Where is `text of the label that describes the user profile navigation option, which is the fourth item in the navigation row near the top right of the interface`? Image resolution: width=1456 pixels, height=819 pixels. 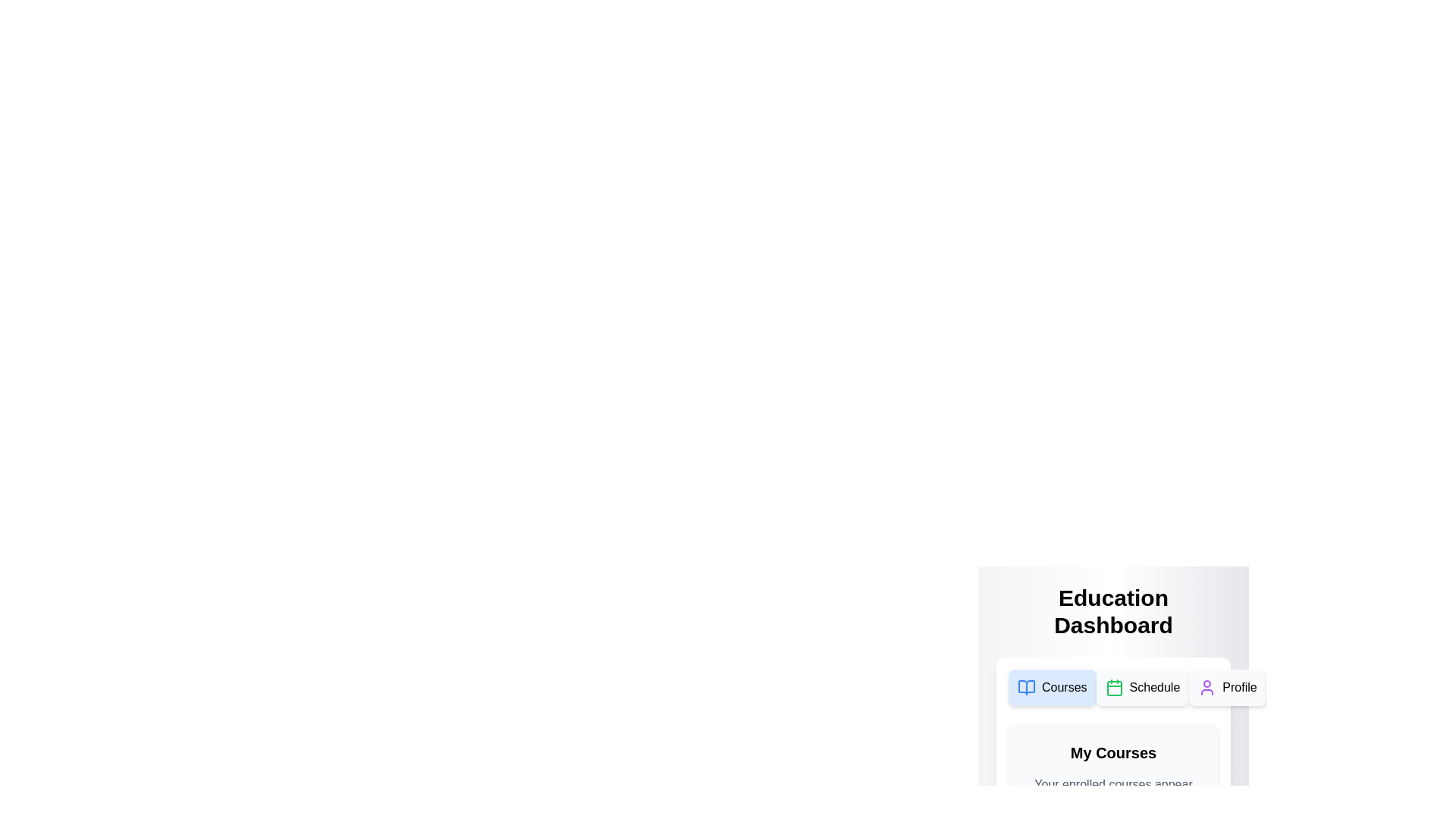
text of the label that describes the user profile navigation option, which is the fourth item in the navigation row near the top right of the interface is located at coordinates (1240, 687).